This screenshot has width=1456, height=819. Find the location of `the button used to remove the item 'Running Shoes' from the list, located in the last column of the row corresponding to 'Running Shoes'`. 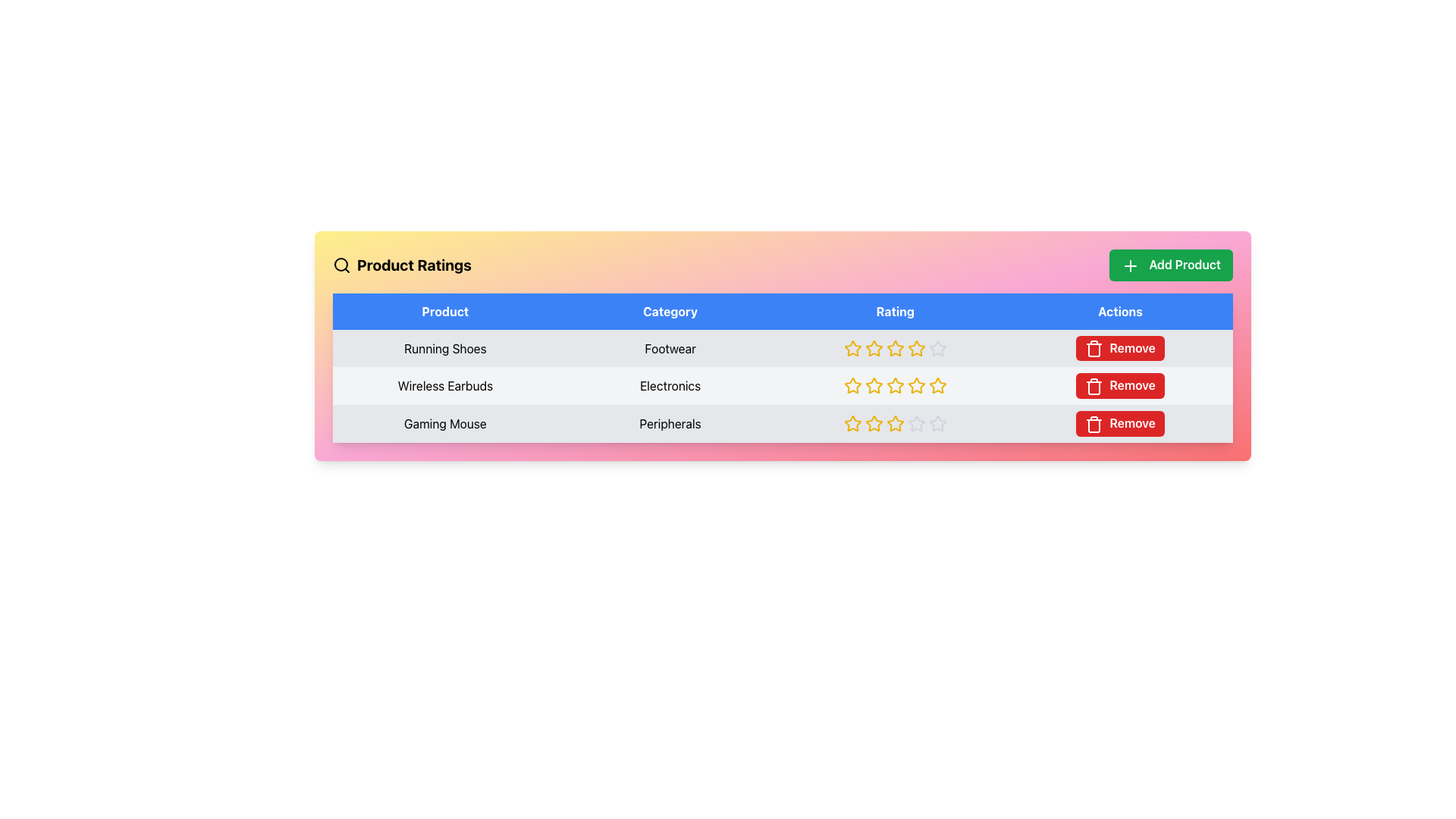

the button used to remove the item 'Running Shoes' from the list, located in the last column of the row corresponding to 'Running Shoes' is located at coordinates (1120, 348).